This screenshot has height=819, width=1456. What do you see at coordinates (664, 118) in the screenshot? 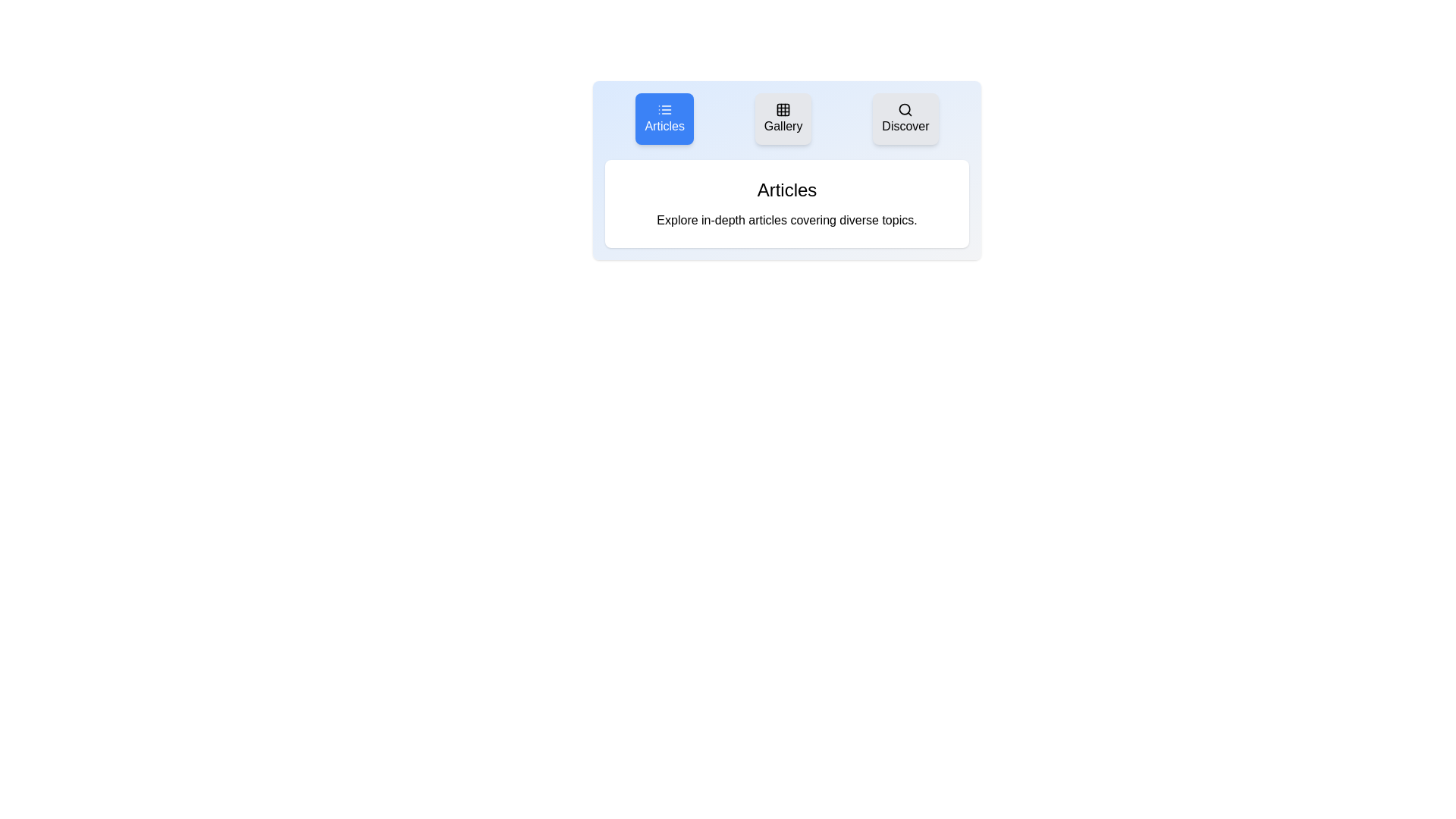
I see `the tab labeled Articles to view its content` at bounding box center [664, 118].